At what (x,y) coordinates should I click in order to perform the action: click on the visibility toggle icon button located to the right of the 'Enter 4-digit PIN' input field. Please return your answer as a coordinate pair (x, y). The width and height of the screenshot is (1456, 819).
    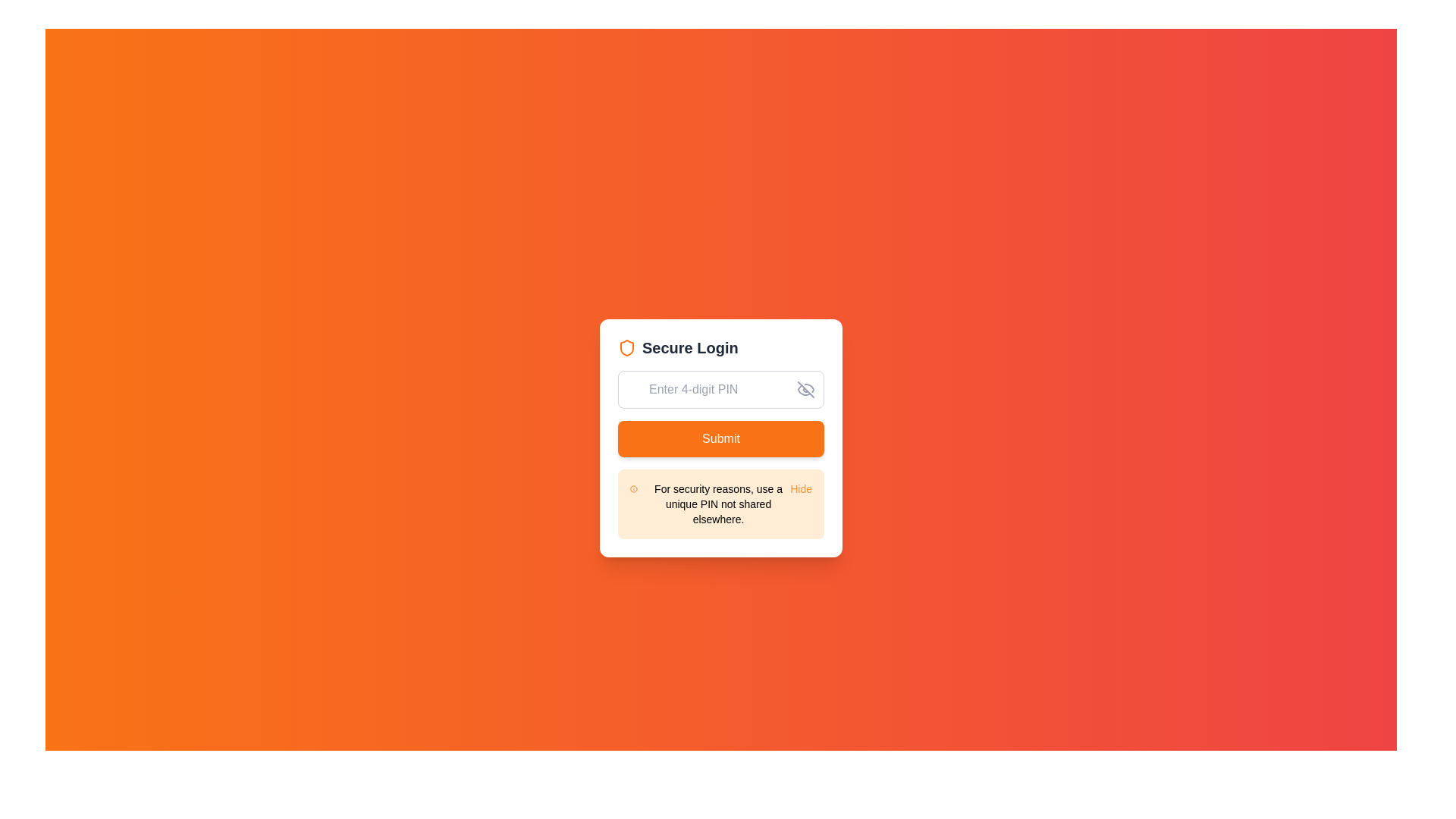
    Looking at the image, I should click on (805, 388).